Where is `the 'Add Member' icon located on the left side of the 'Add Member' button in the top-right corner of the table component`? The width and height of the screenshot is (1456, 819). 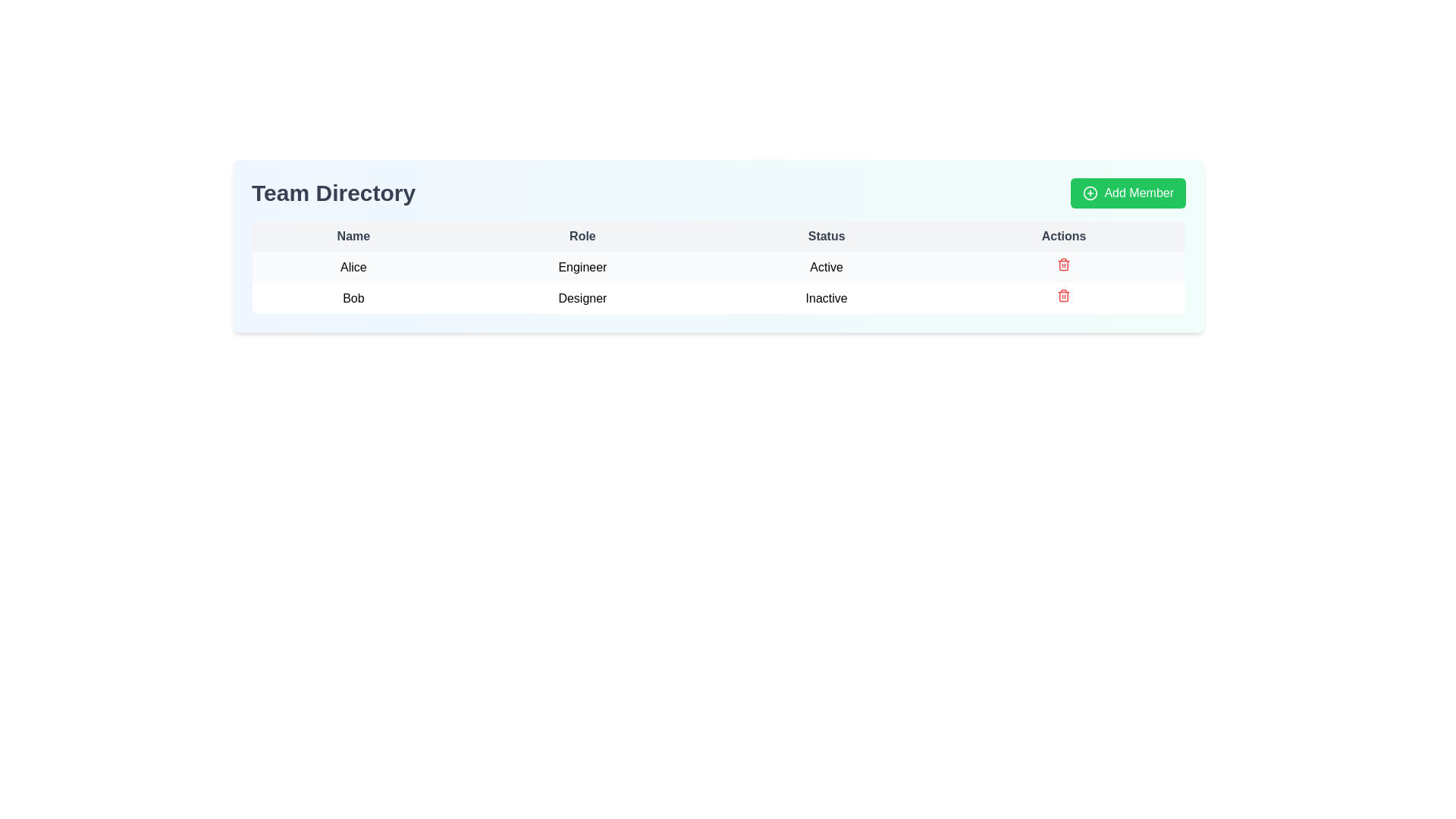
the 'Add Member' icon located on the left side of the 'Add Member' button in the top-right corner of the table component is located at coordinates (1090, 192).